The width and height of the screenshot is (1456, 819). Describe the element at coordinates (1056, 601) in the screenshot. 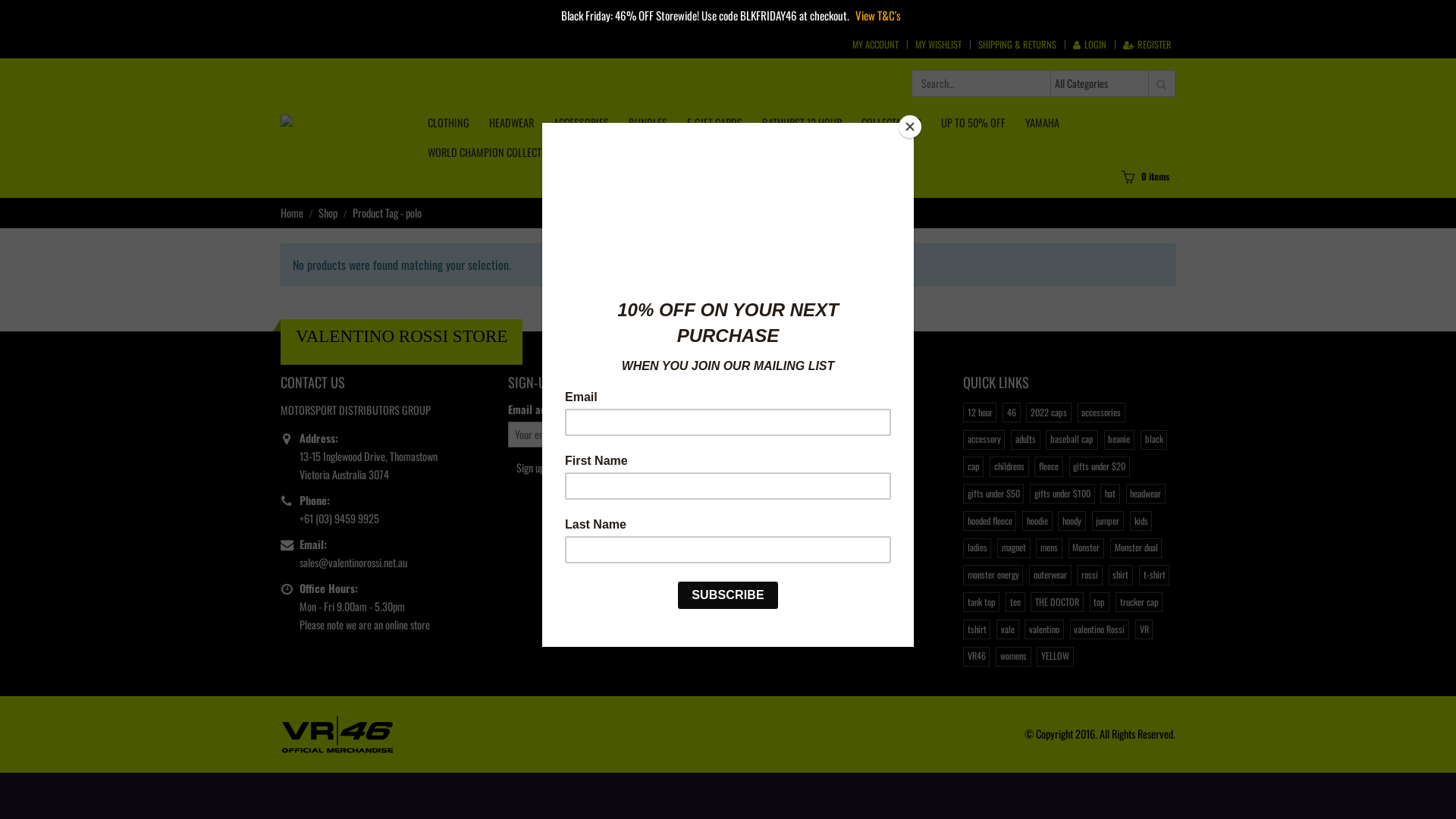

I see `'THE DOCTOR'` at that location.